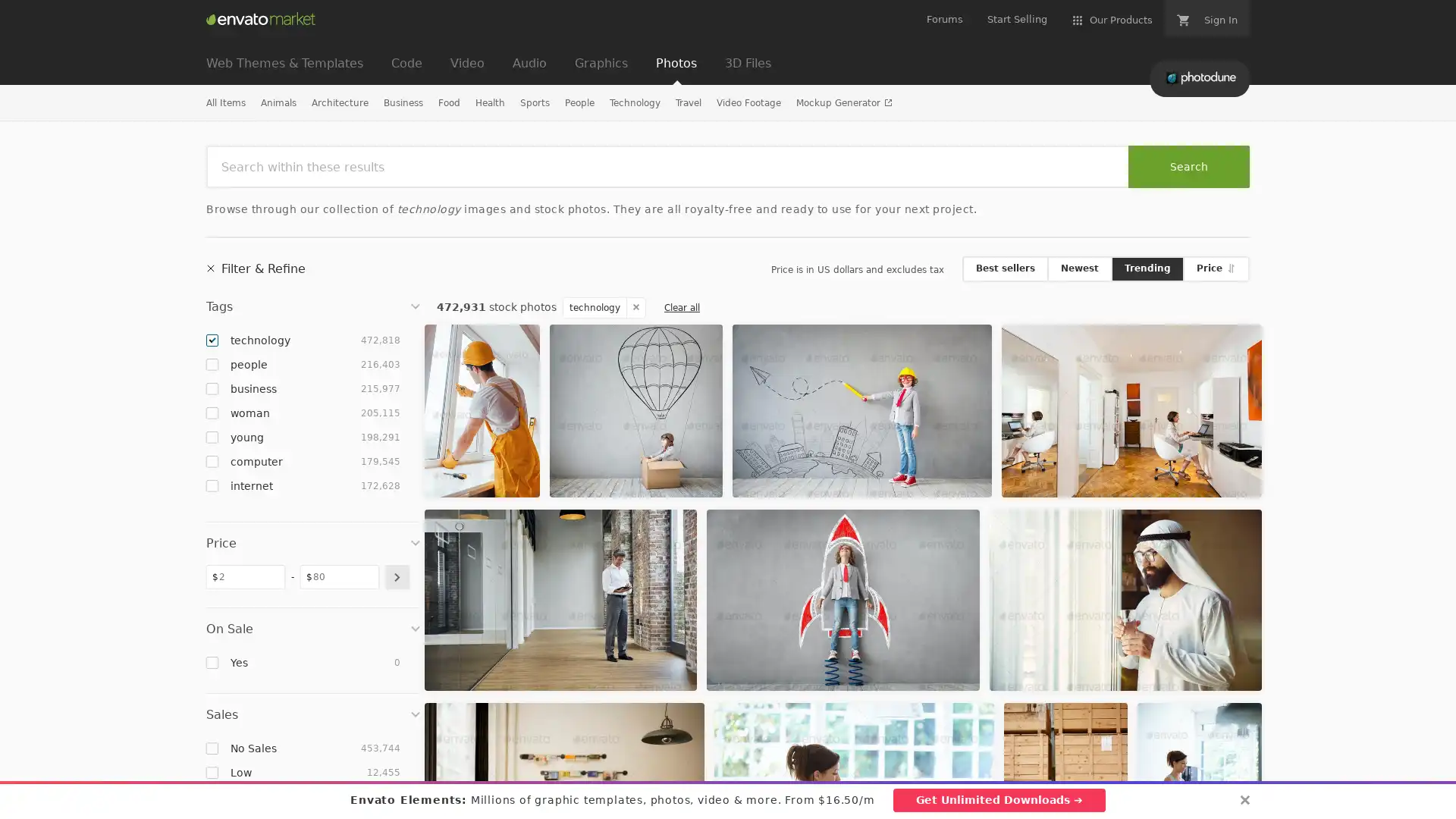 This screenshot has width=1456, height=819. I want to click on Add to Favorites, so click(973, 721).